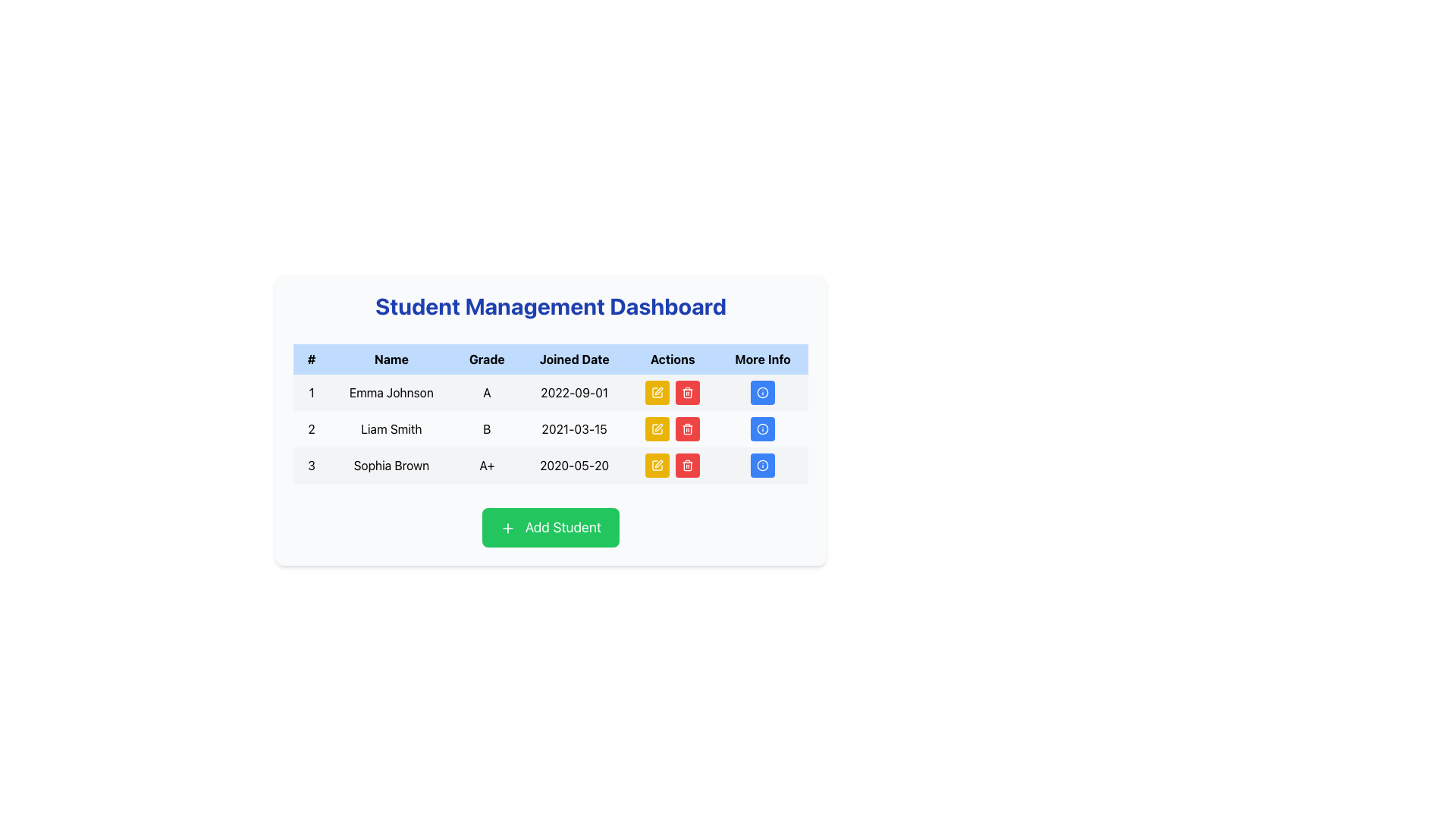 Image resolution: width=1456 pixels, height=819 pixels. I want to click on the Static Text element displaying the number '2' located in the second row of the table under the column labeled '#', so click(311, 429).